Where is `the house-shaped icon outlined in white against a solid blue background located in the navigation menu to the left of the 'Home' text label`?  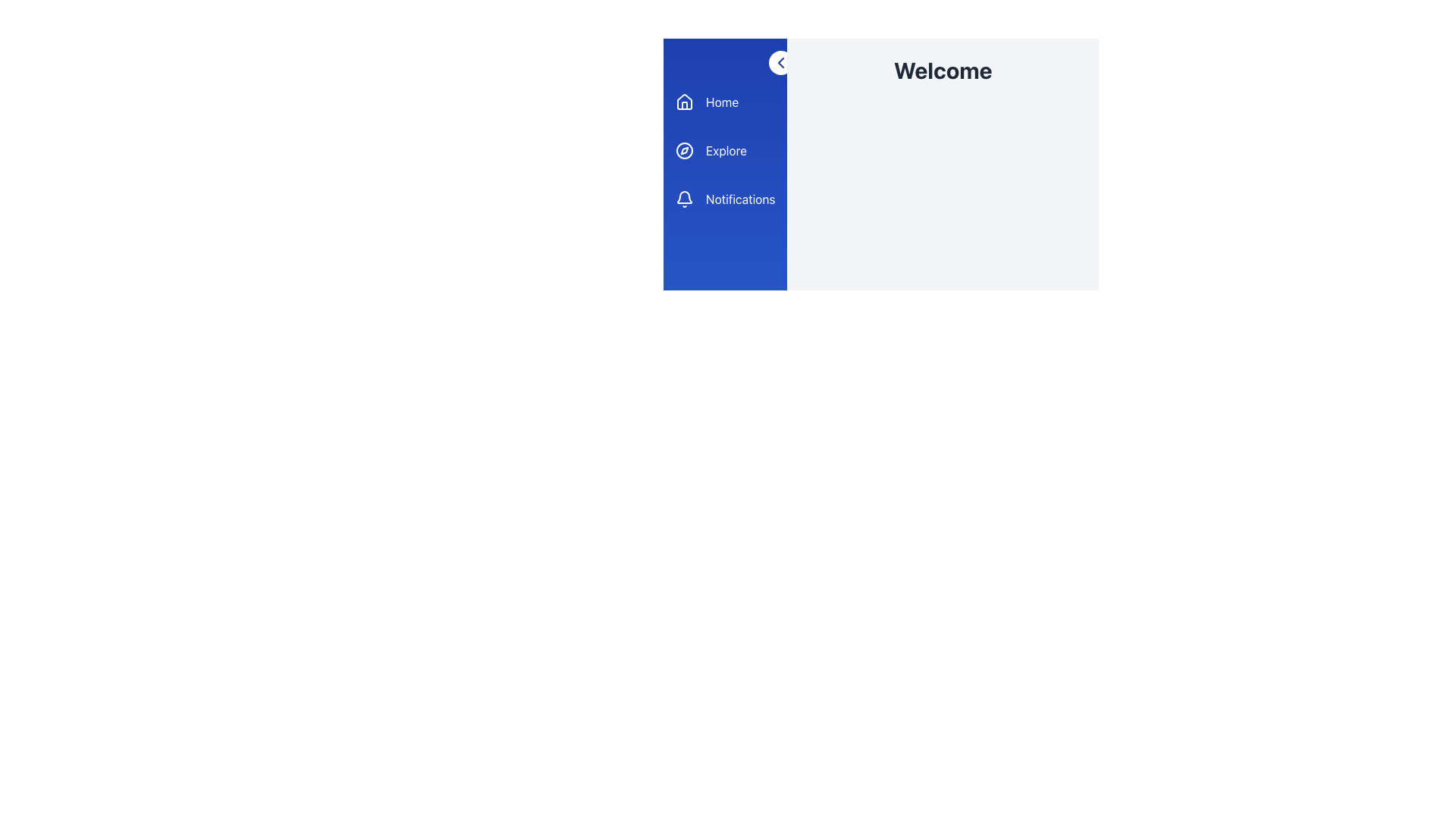
the house-shaped icon outlined in white against a solid blue background located in the navigation menu to the left of the 'Home' text label is located at coordinates (683, 102).